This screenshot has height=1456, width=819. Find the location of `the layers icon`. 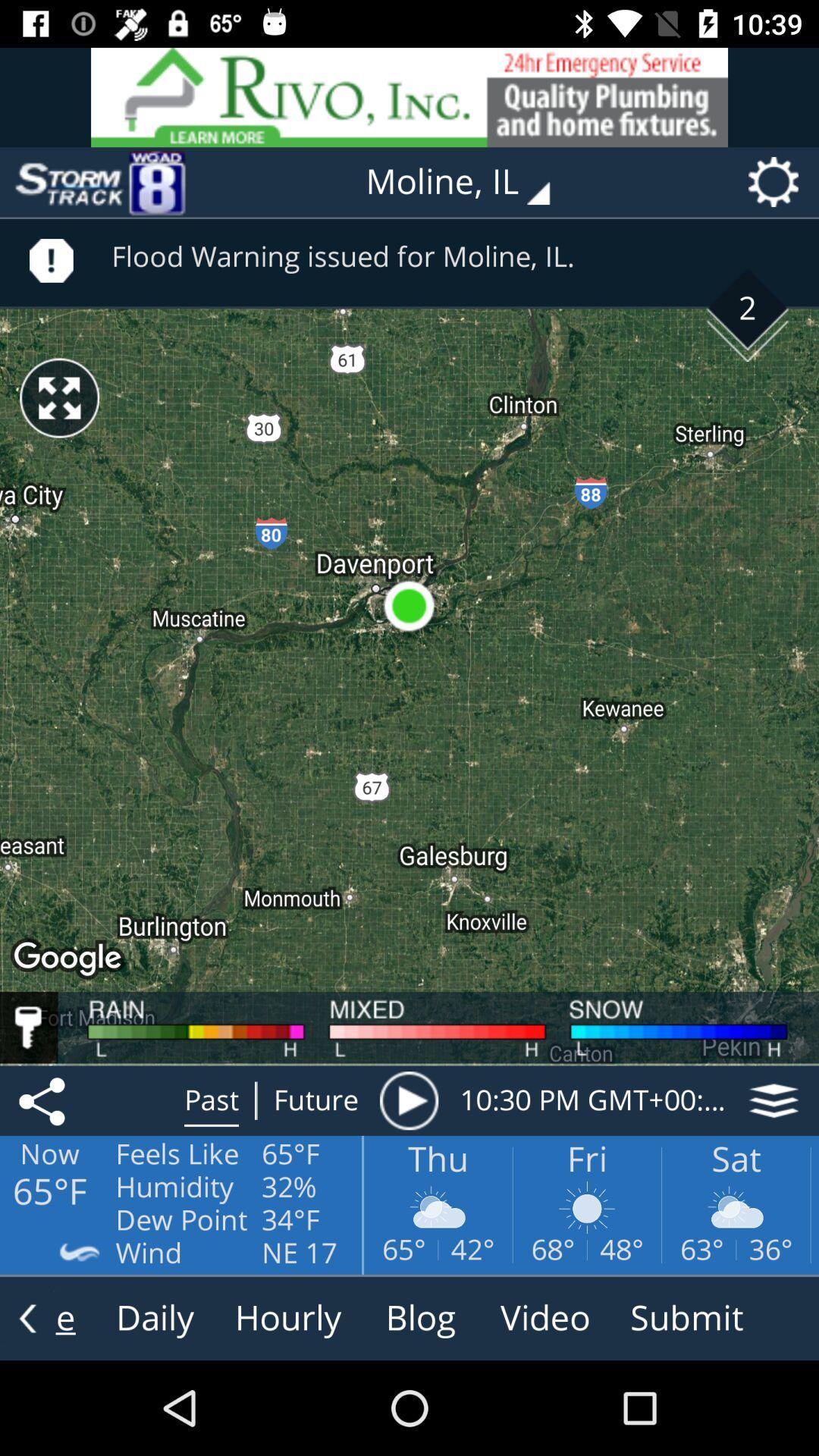

the layers icon is located at coordinates (773, 1100).